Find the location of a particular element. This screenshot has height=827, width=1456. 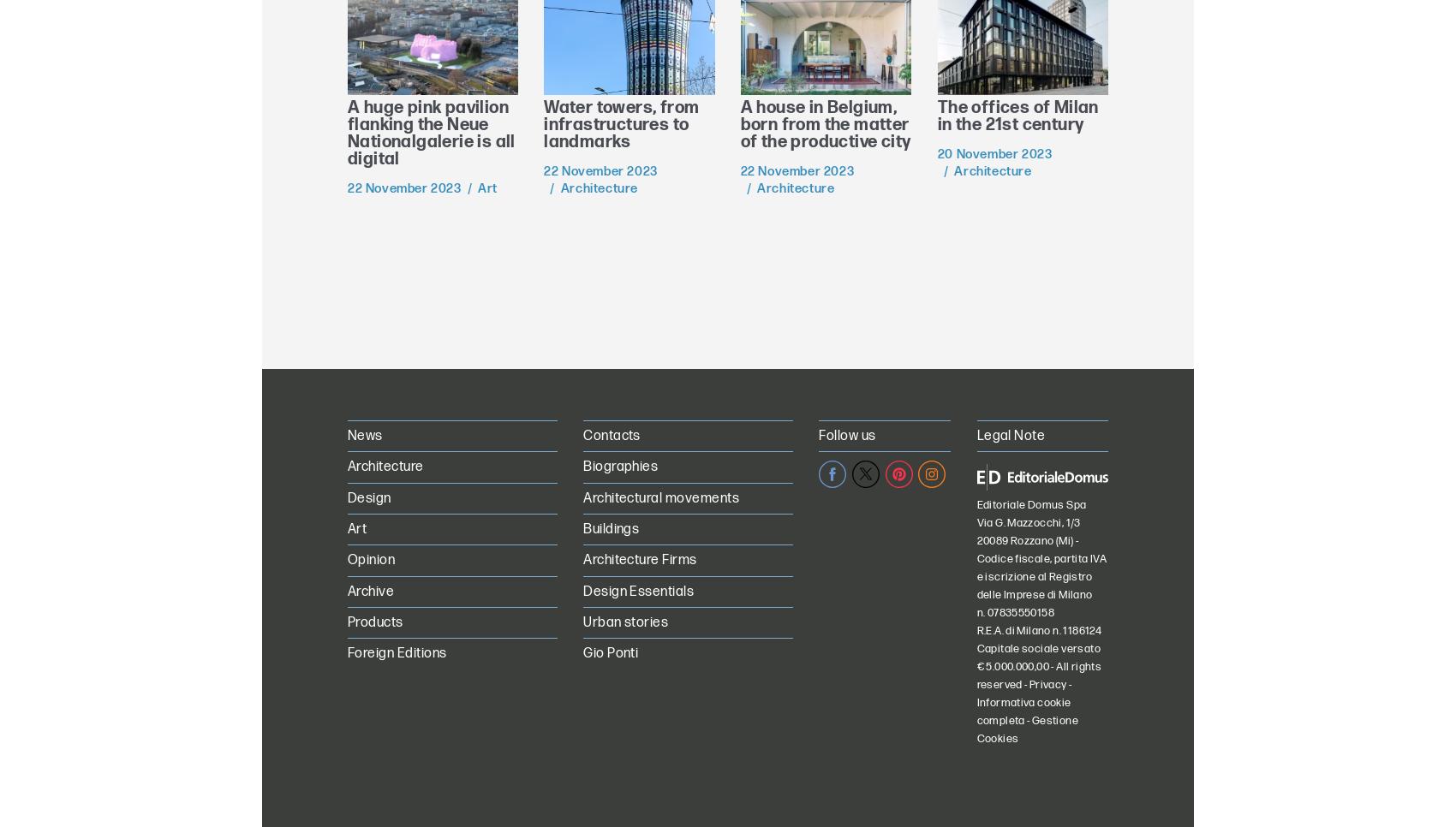

'20 November 2023' is located at coordinates (994, 153).